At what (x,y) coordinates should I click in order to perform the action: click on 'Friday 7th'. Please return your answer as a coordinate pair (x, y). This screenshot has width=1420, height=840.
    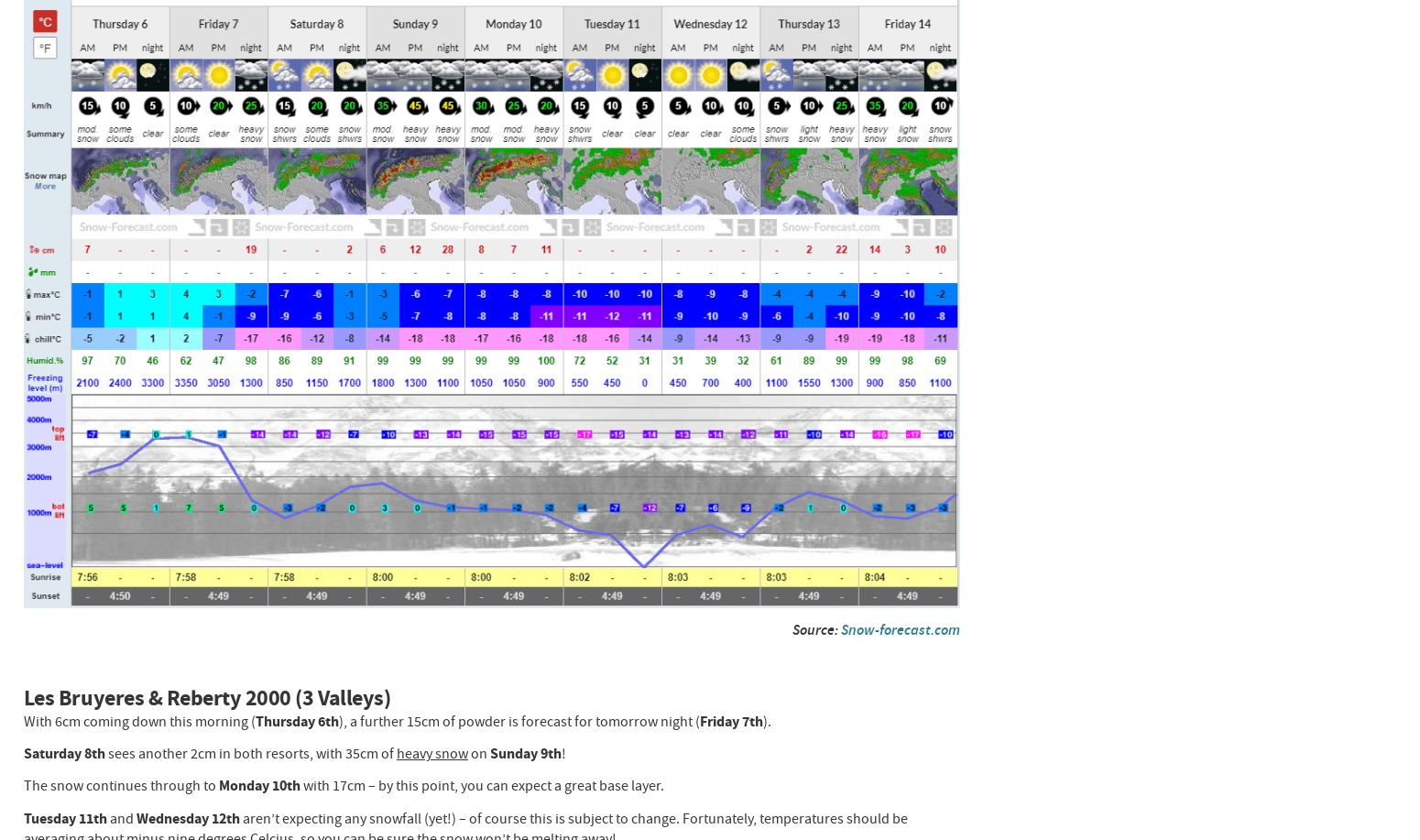
    Looking at the image, I should click on (729, 720).